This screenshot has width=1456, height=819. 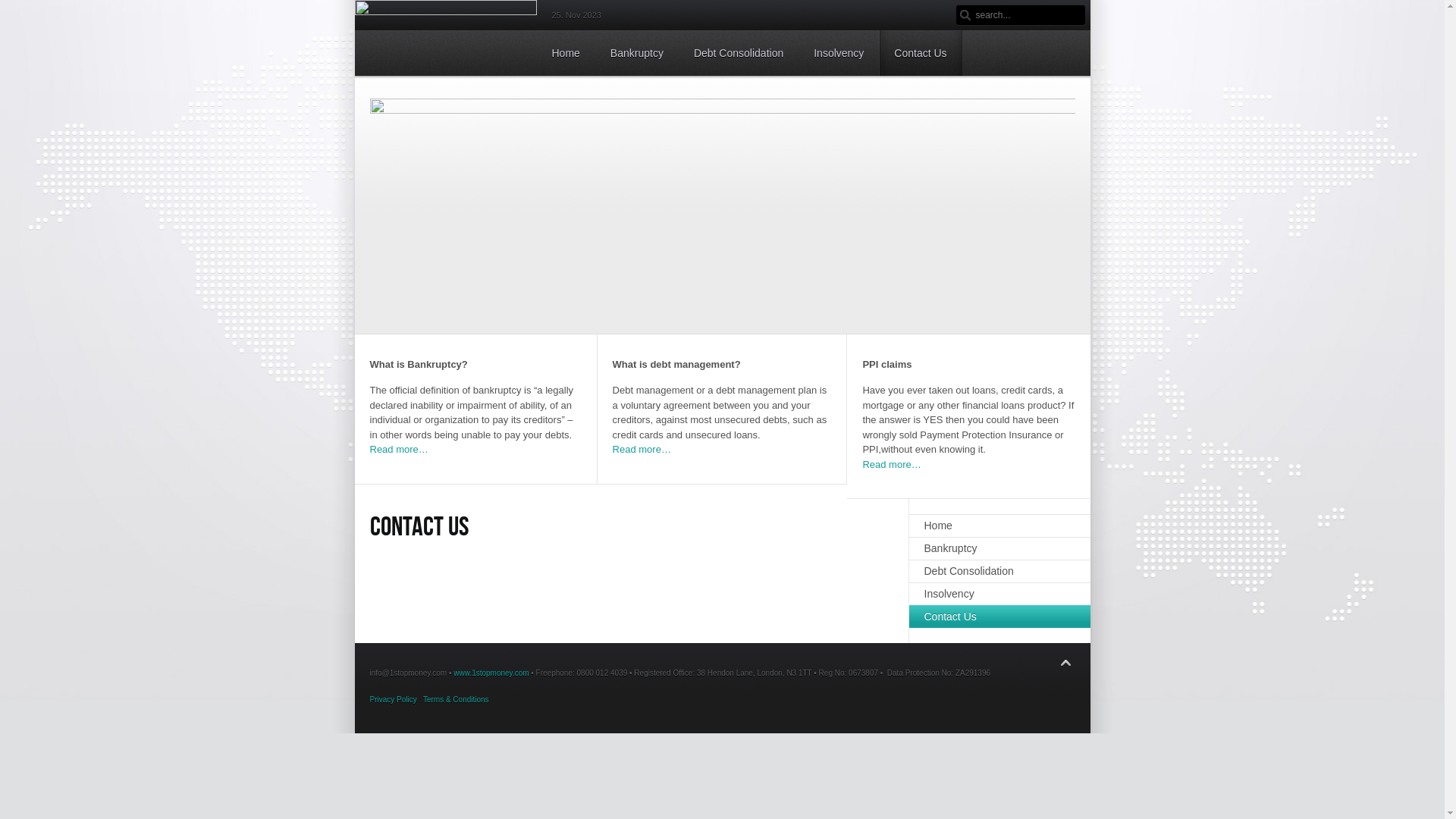 I want to click on 'Terms & Conditions', so click(x=455, y=699).